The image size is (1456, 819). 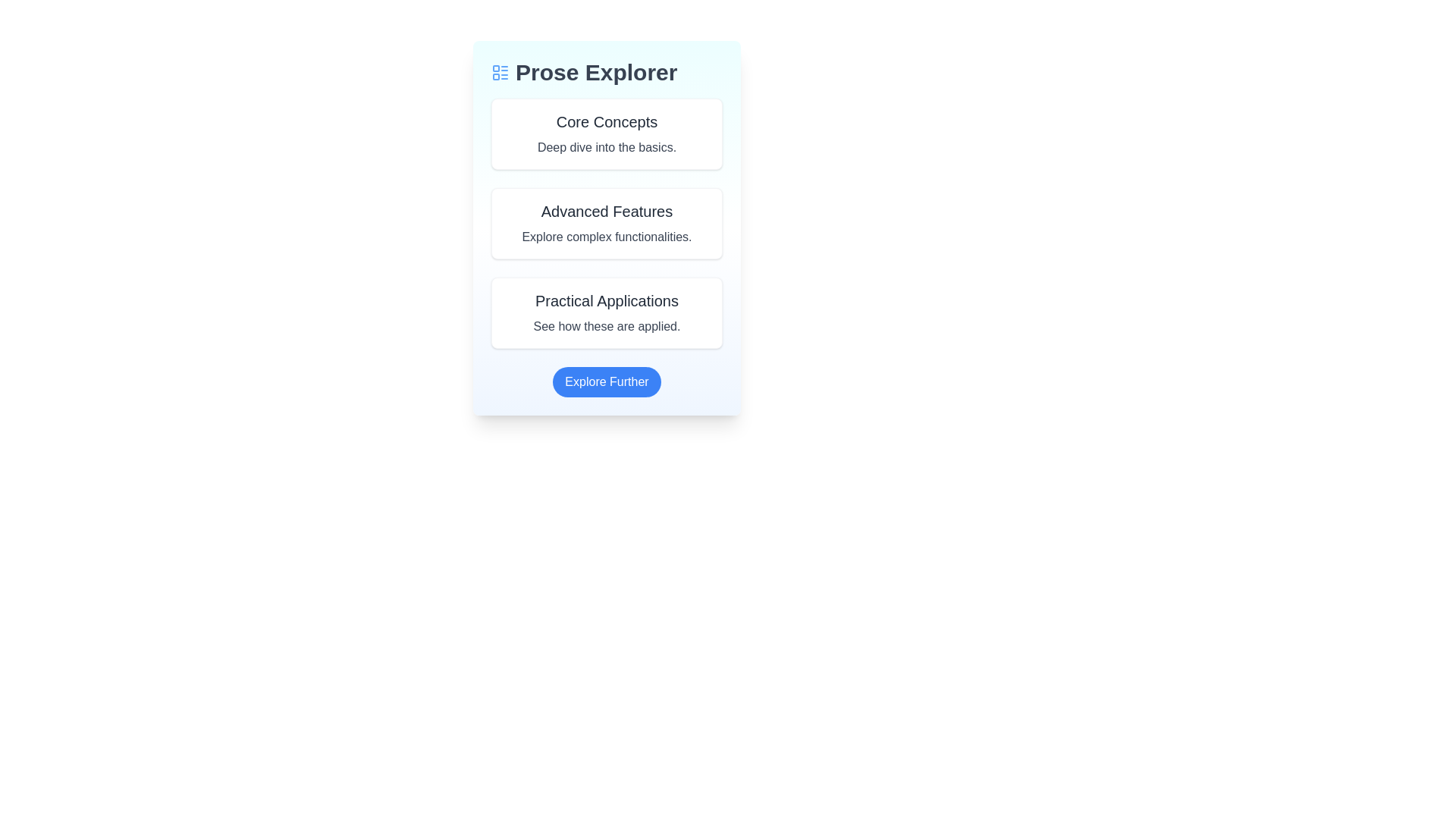 What do you see at coordinates (595, 73) in the screenshot?
I see `the 'Prose Explorer' text label, which is styled as a bold header in gray on a light-blue background` at bounding box center [595, 73].